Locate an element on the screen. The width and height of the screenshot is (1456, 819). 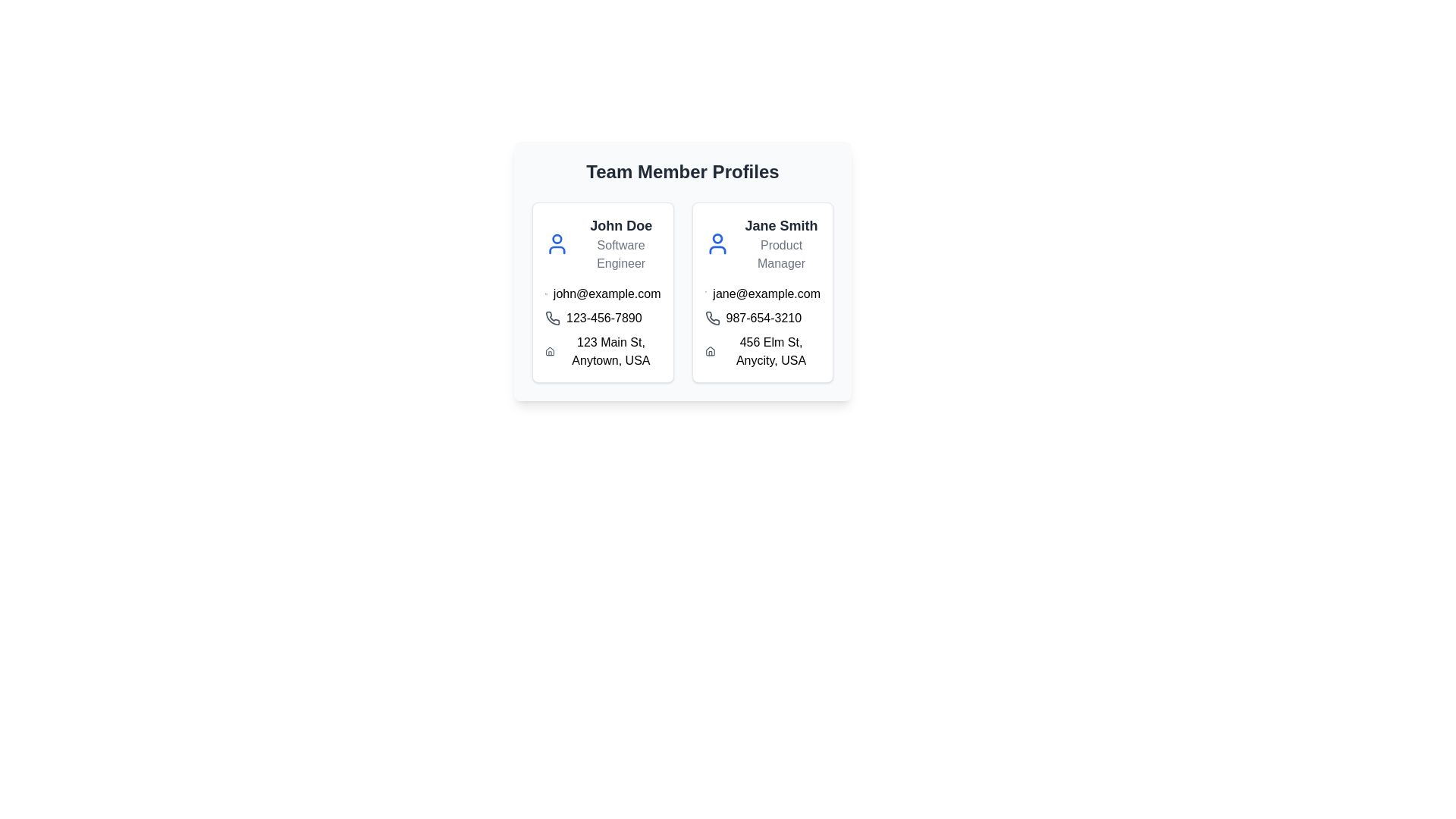
the address information text with icon located at the bottom of the left profile card in the 'Team Member Profiles' section for reading is located at coordinates (602, 351).